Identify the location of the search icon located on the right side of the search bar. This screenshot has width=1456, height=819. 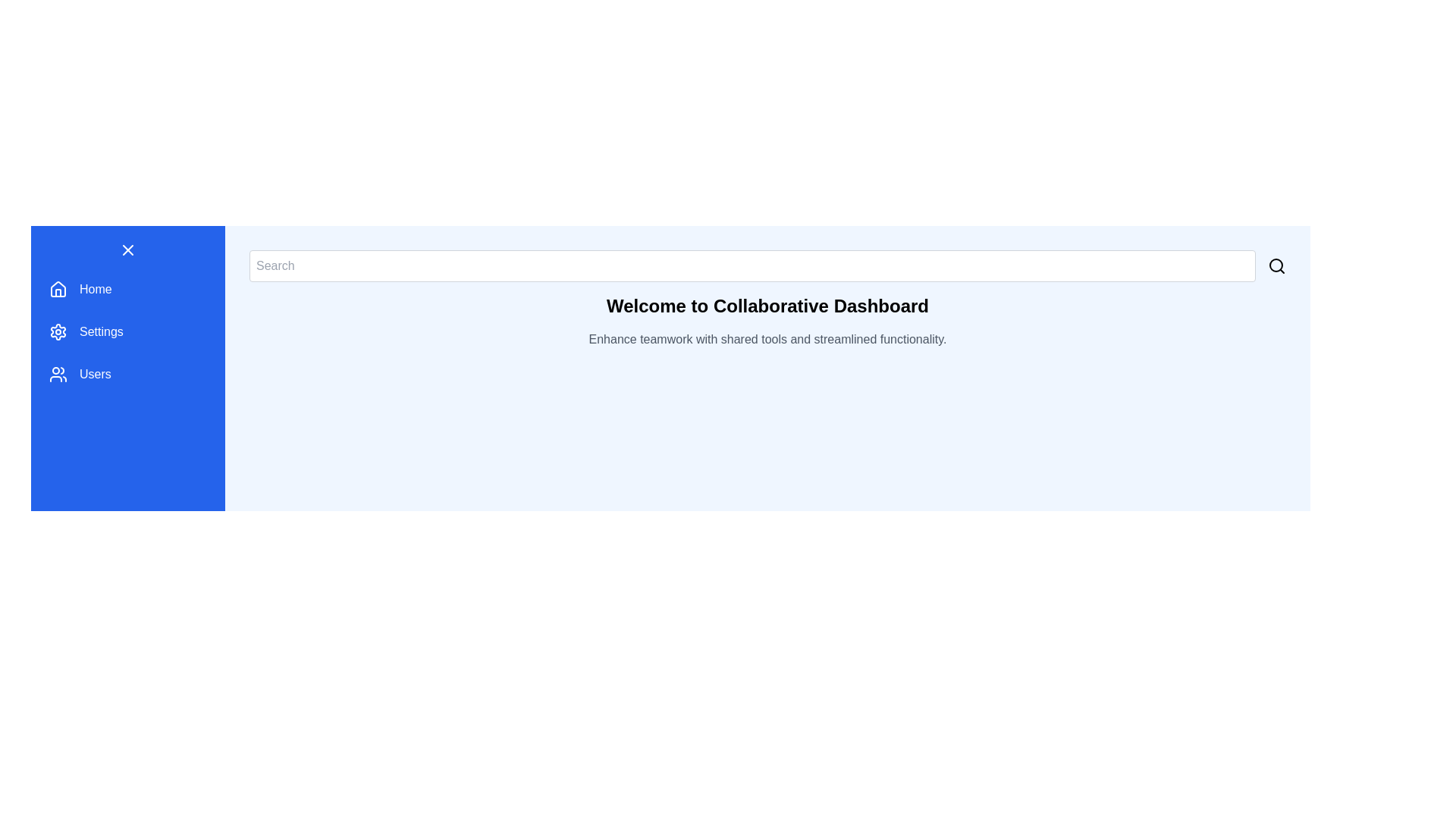
(1276, 265).